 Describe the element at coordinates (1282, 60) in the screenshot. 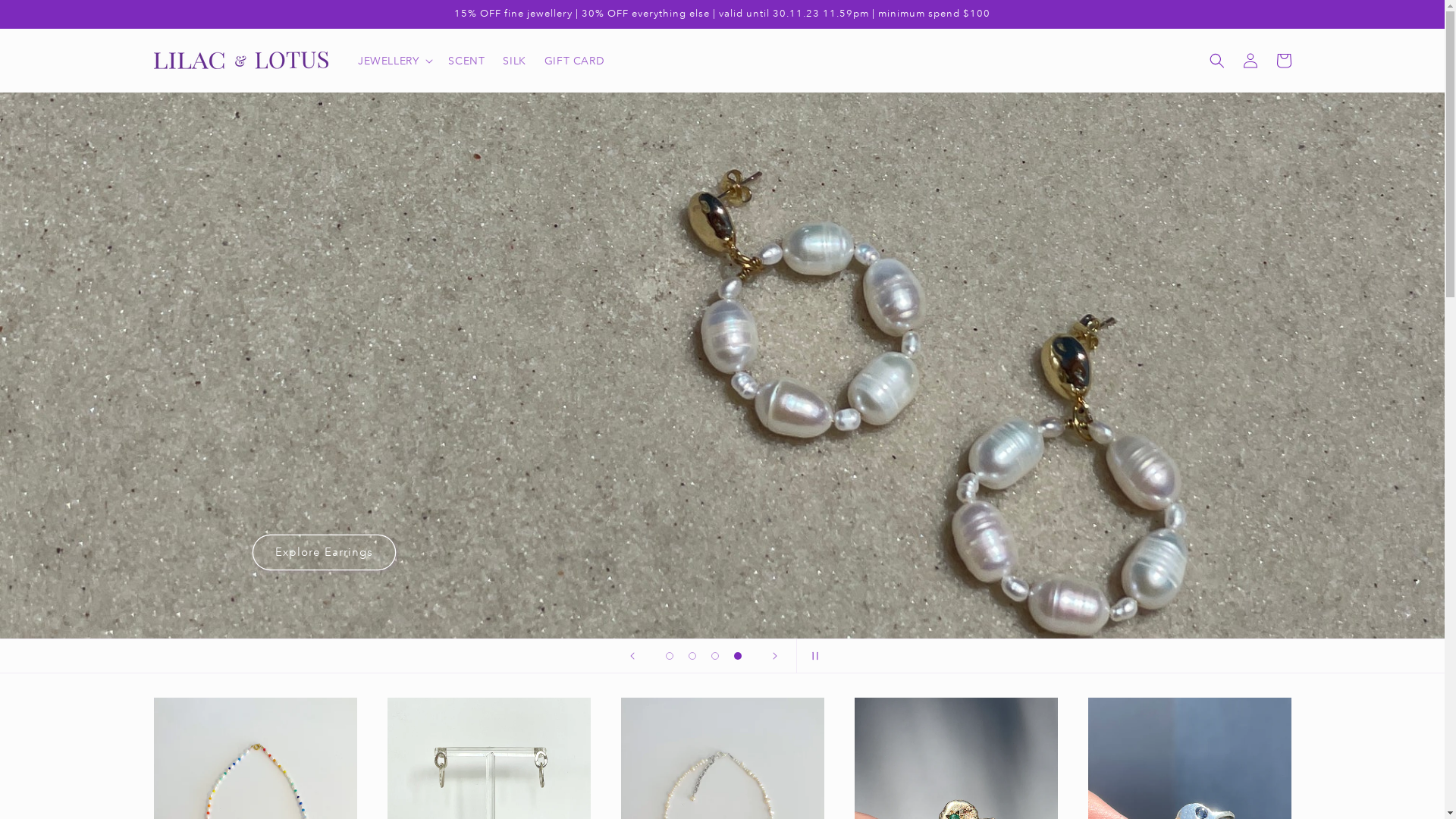

I see `'Cart'` at that location.